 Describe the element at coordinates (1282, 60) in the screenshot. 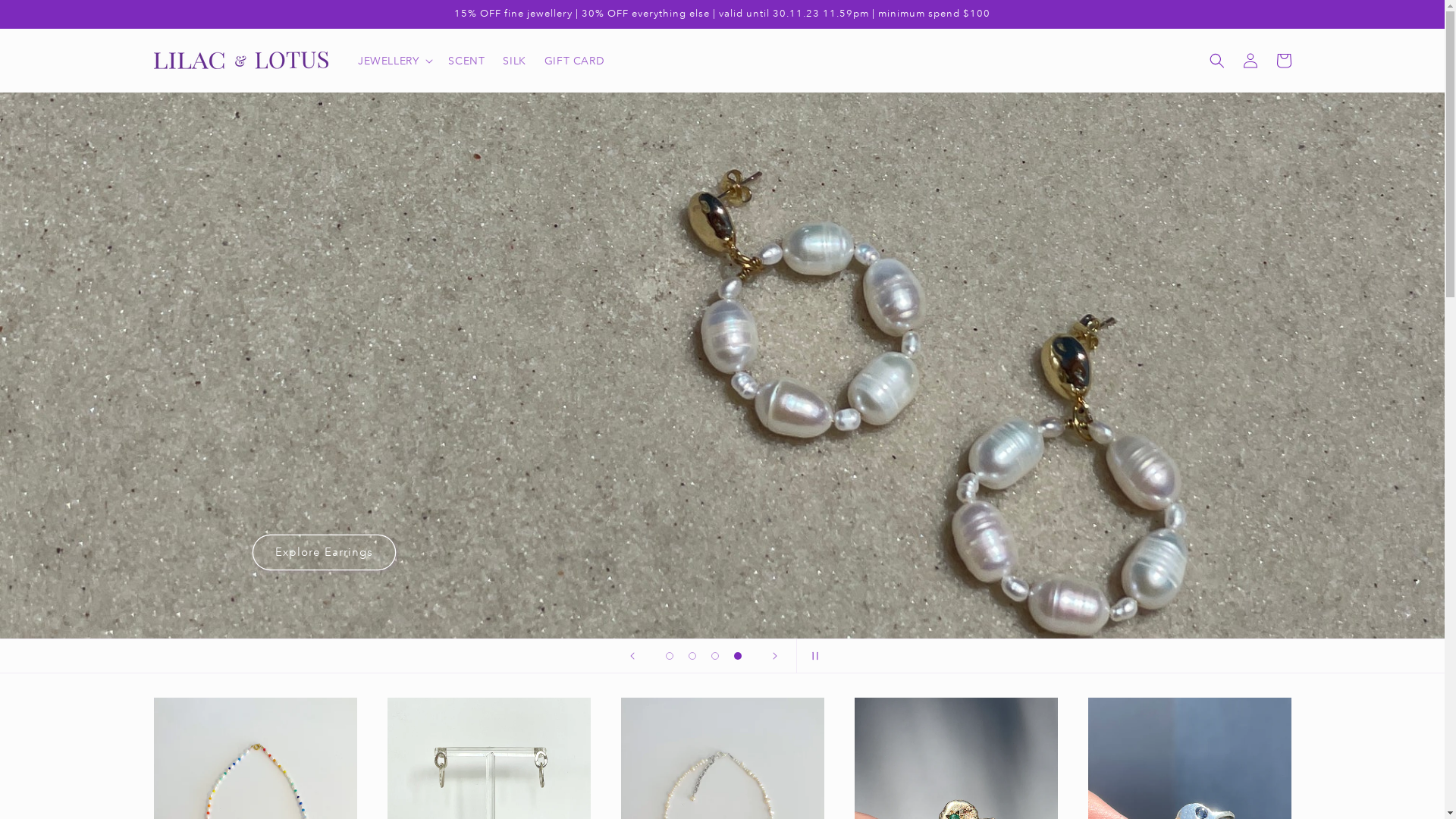

I see `'Cart'` at that location.